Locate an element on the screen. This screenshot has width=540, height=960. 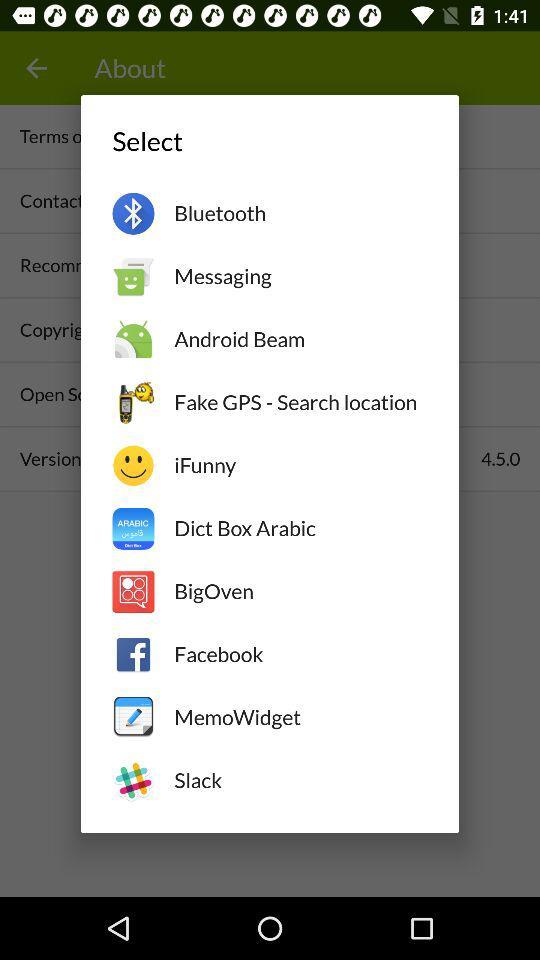
the facebook icon is located at coordinates (299, 653).